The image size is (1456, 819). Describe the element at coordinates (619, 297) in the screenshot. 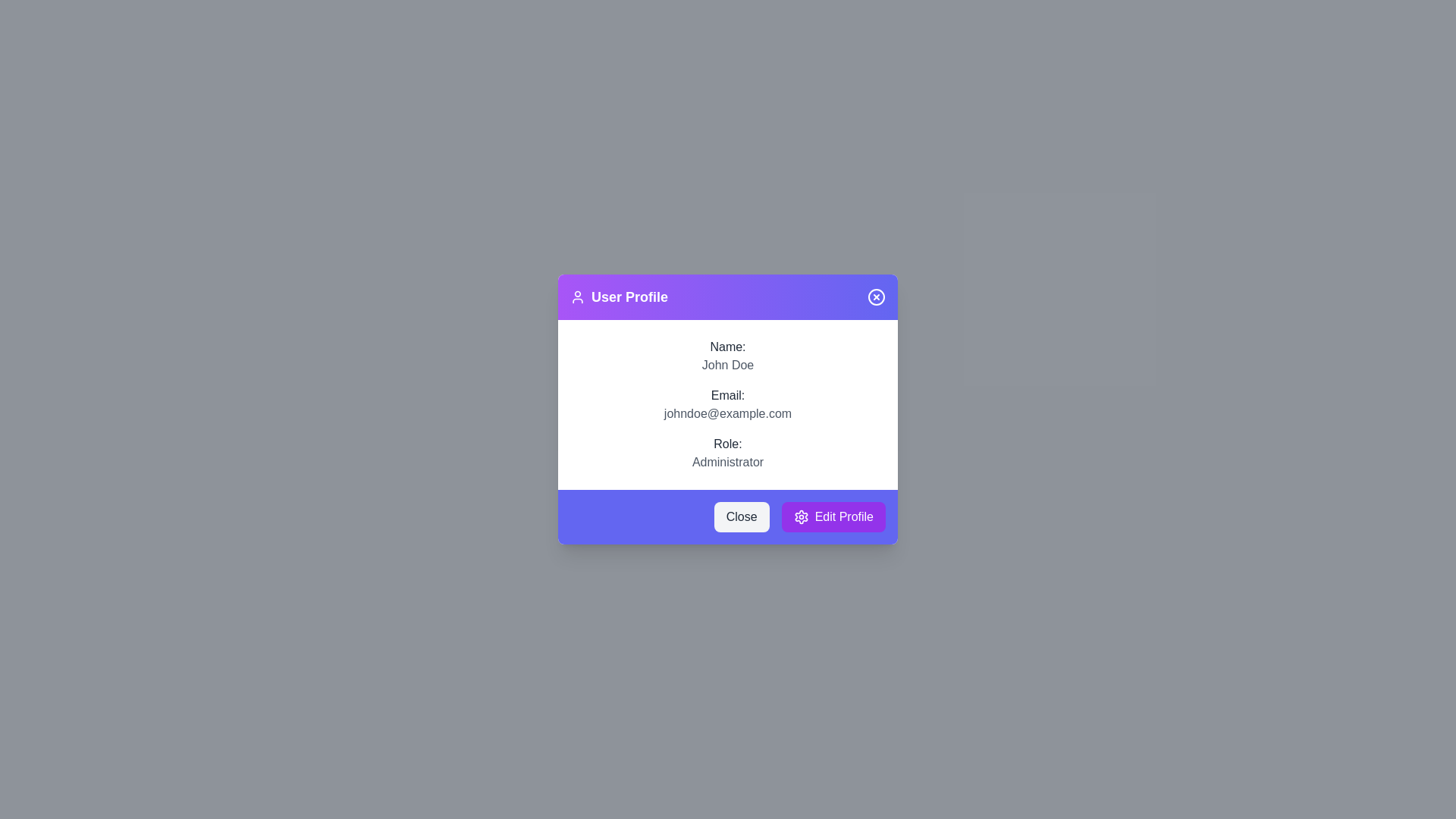

I see `the label with an icon that indicates the purpose of the modal related to user profile information, located in the upper-left corner of the modal header` at that location.